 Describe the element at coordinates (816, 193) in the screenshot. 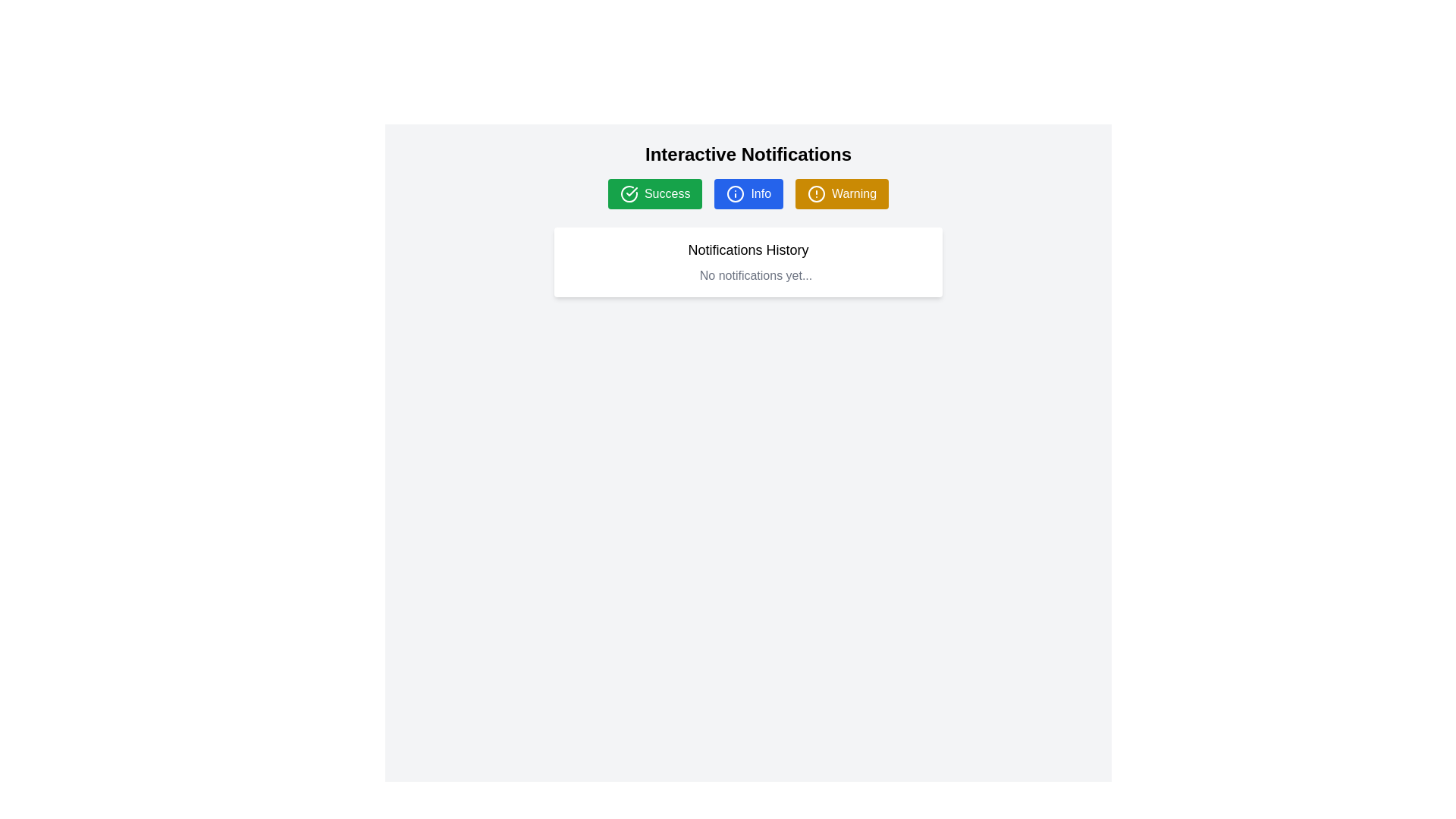

I see `the circular alert icon with a yellow background located within the 'Warning' button, which is the third button in a horizontal row at the top of the interface` at that location.